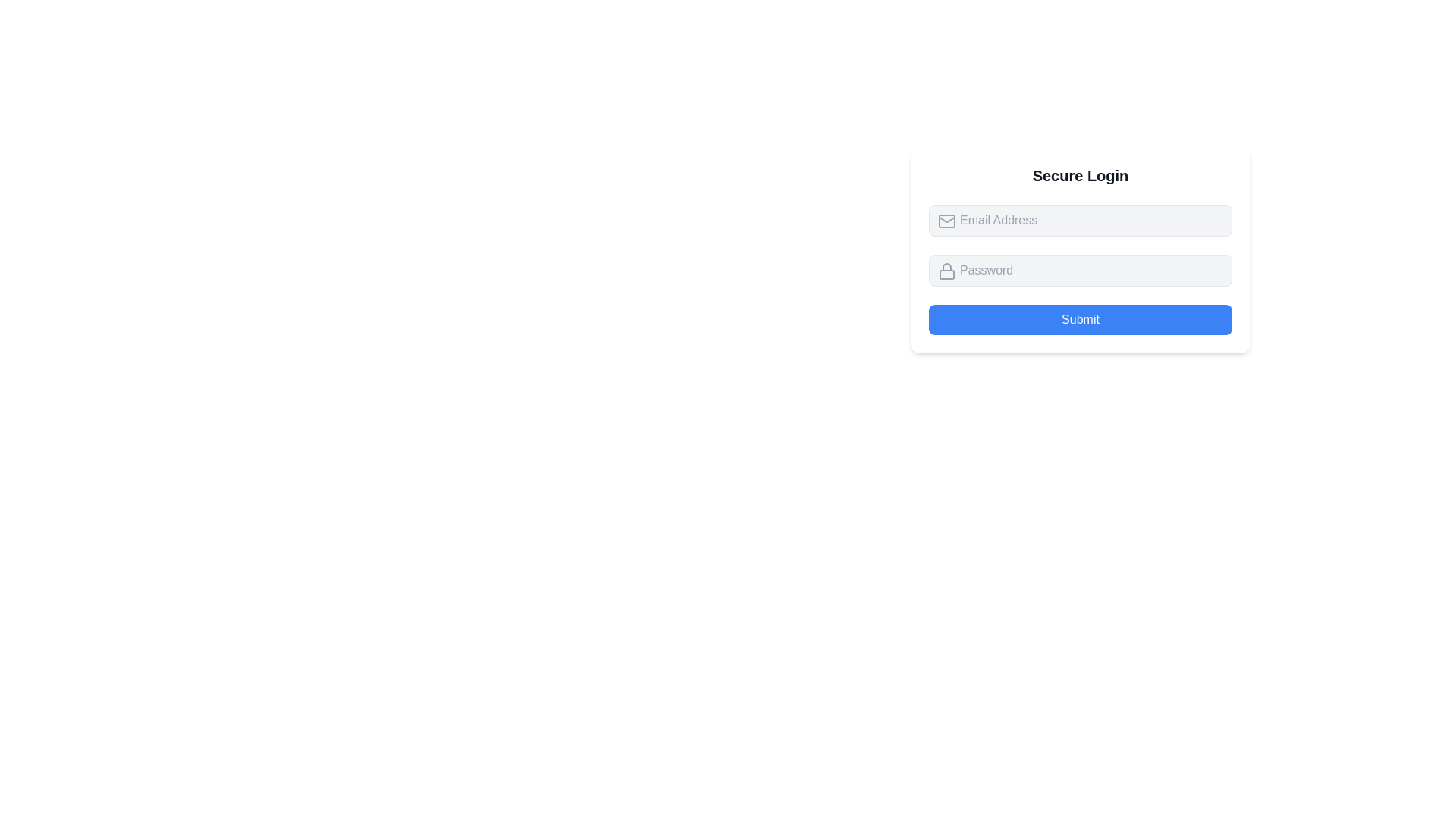 The image size is (1456, 819). What do you see at coordinates (1080, 318) in the screenshot?
I see `the rectangular blue 'Submit' button with rounded corners to observe its visual hover effect` at bounding box center [1080, 318].